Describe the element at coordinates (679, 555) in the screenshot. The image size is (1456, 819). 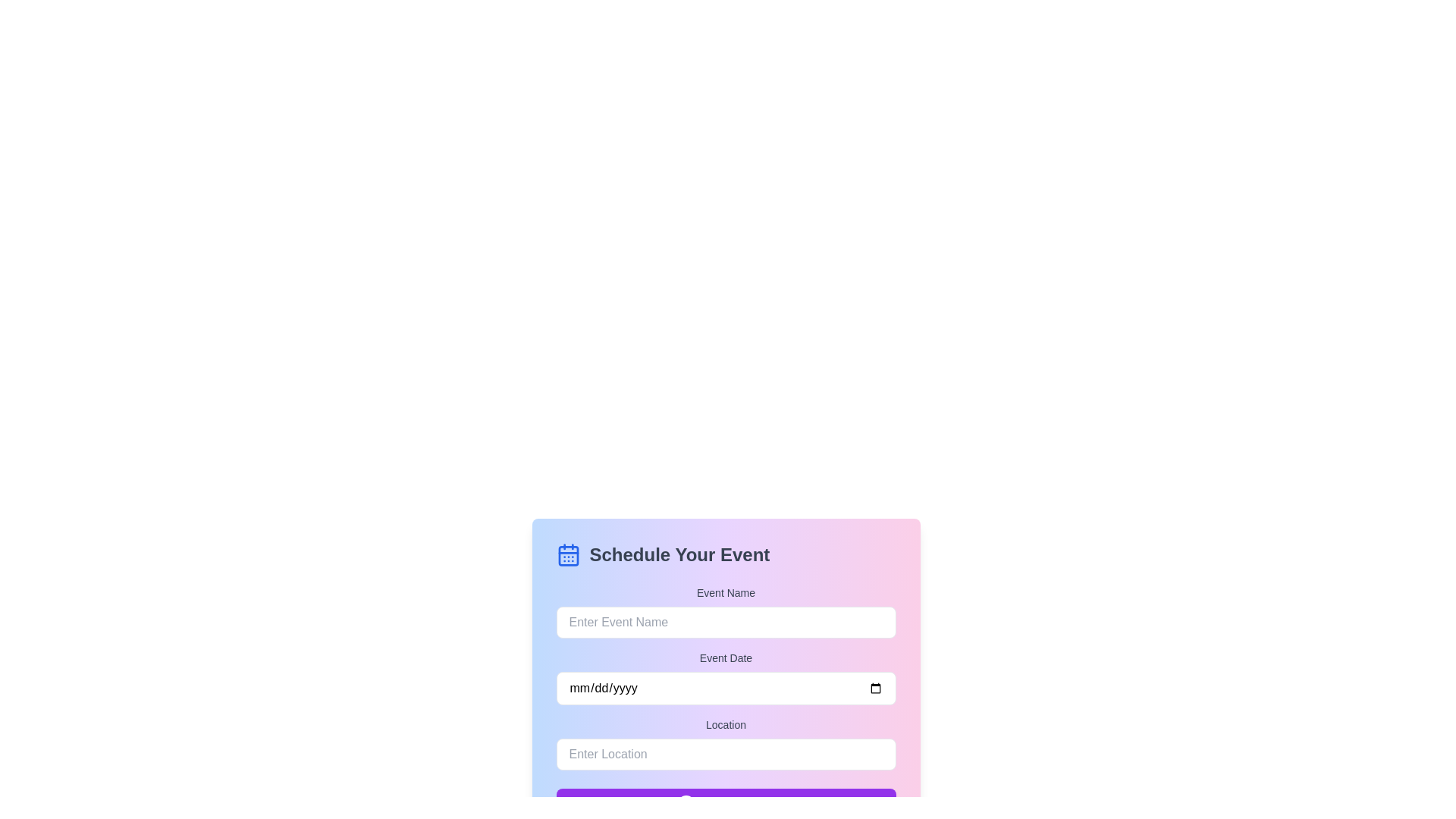
I see `header text that says 'Schedule Your Event', which is prominently displayed in bold dark gray font on a gradient blue and pink background, located at the center top of the form` at that location.